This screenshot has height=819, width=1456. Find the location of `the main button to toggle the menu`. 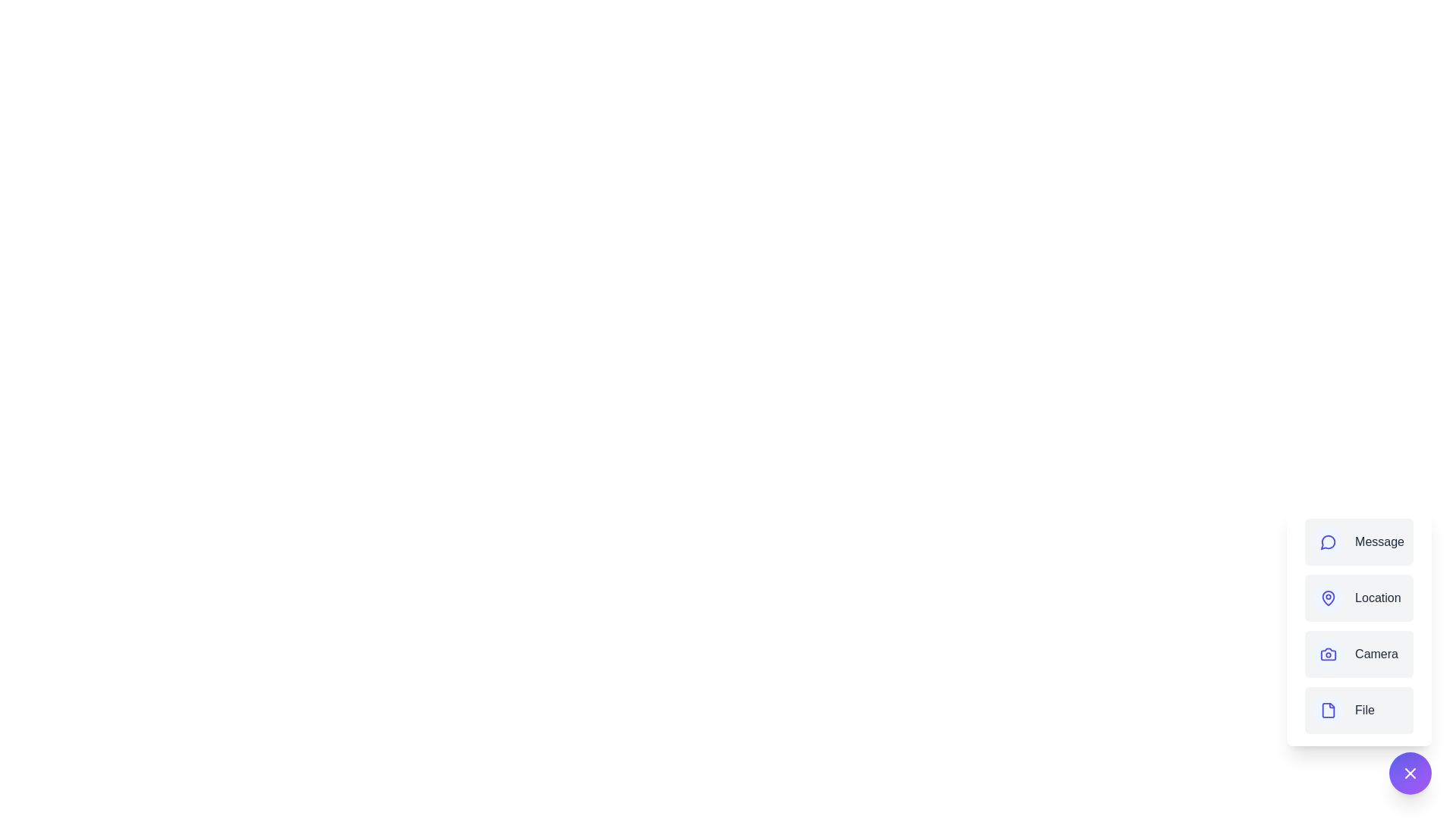

the main button to toggle the menu is located at coordinates (1410, 773).